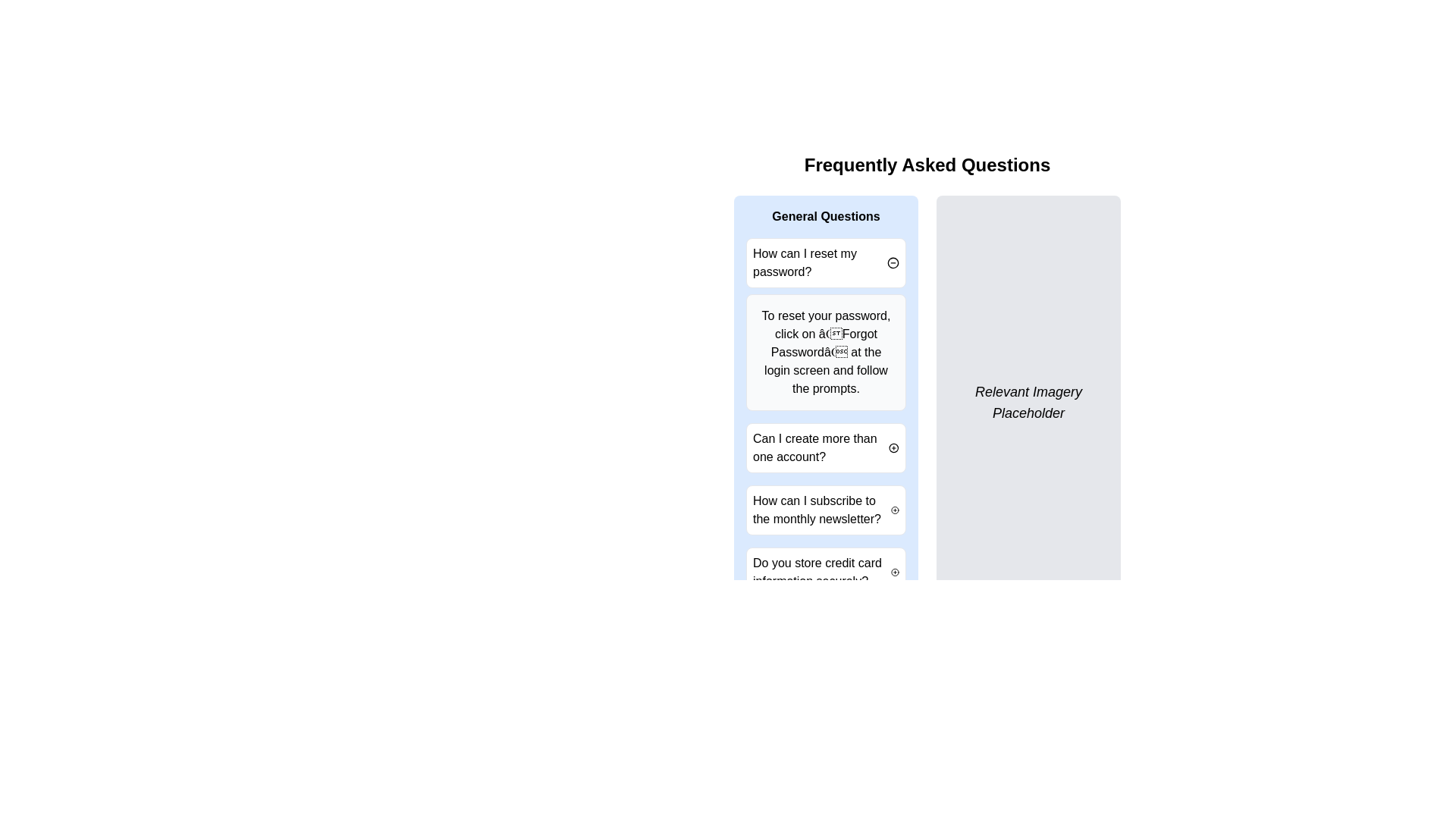 The image size is (1456, 819). What do you see at coordinates (821, 510) in the screenshot?
I see `the text label displaying 'How can I subscribe to the monthly newsletter?' which is the fourth item in the FAQ list under 'General Questions'` at bounding box center [821, 510].